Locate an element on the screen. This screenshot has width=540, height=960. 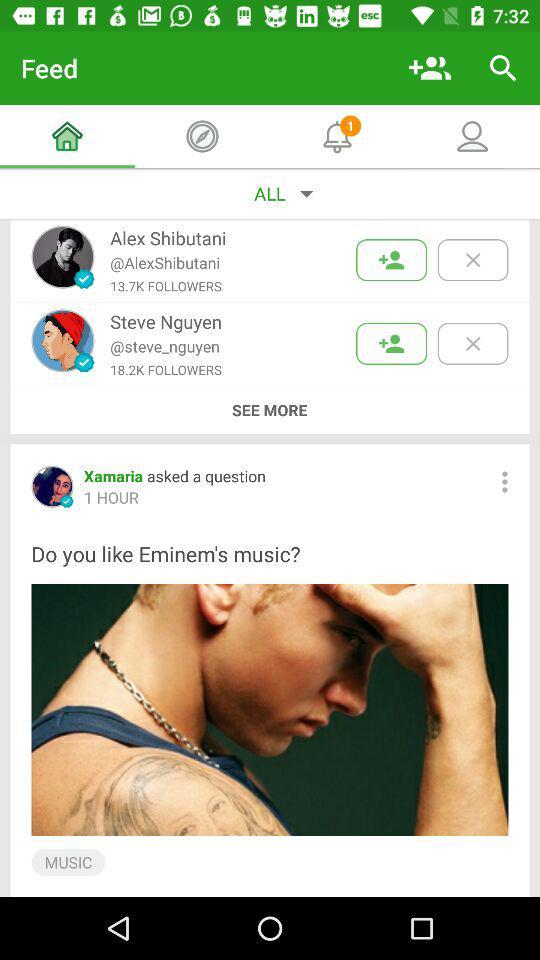
the item next to xamaria asked a is located at coordinates (503, 481).